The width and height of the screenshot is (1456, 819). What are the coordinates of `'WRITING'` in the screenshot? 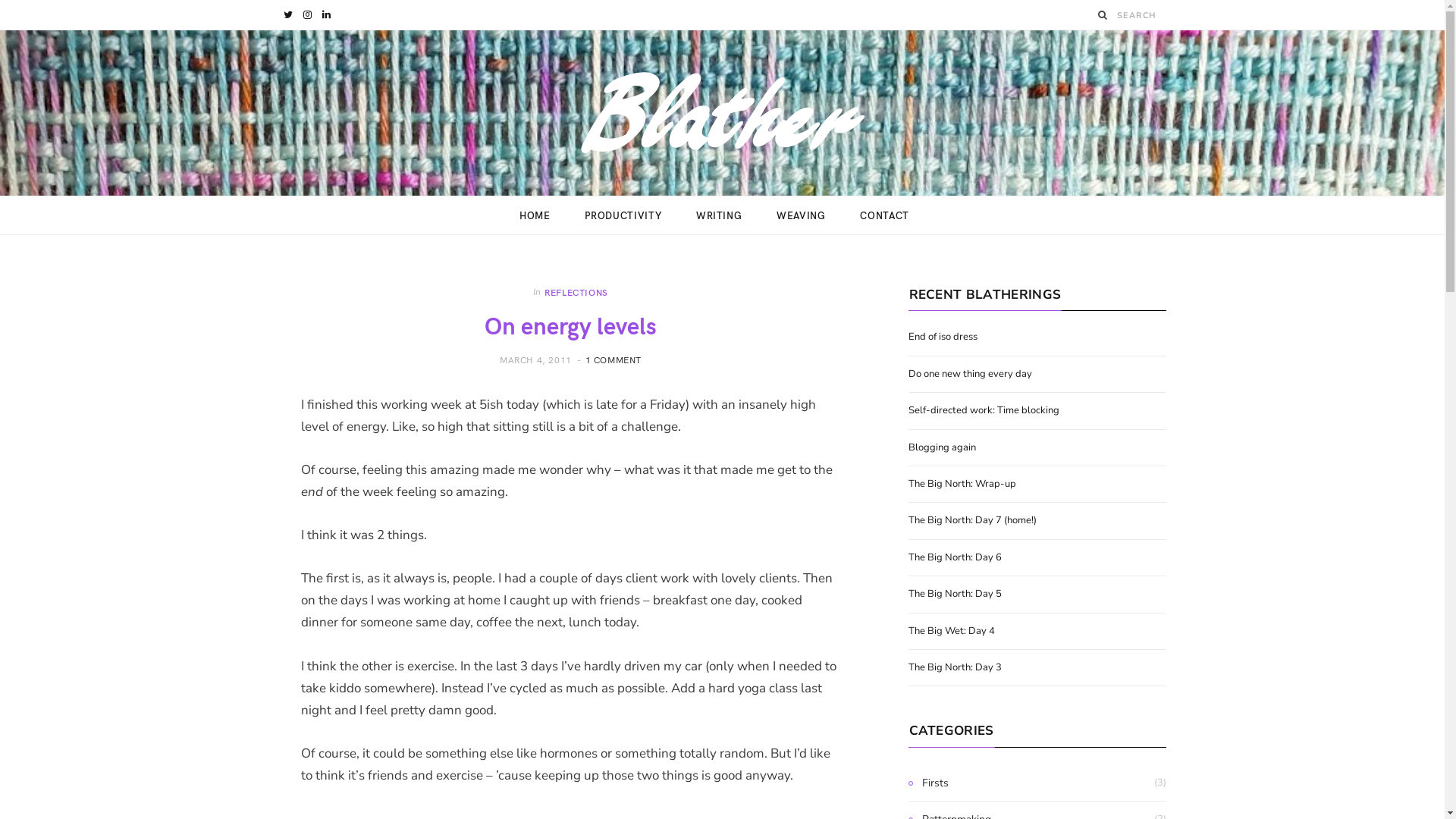 It's located at (718, 215).